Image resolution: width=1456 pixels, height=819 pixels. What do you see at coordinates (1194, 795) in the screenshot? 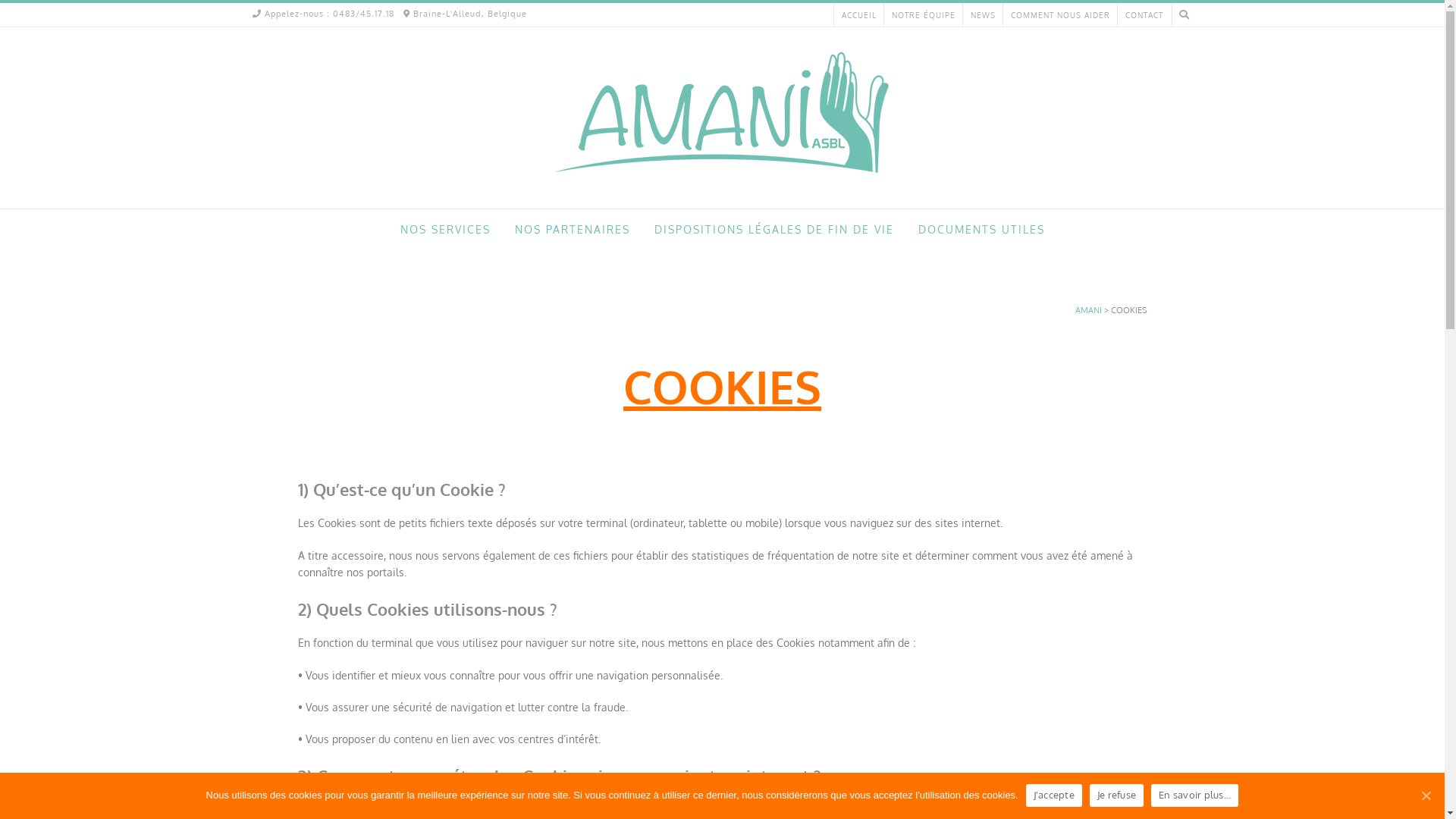
I see `'En savoir plus...'` at bounding box center [1194, 795].